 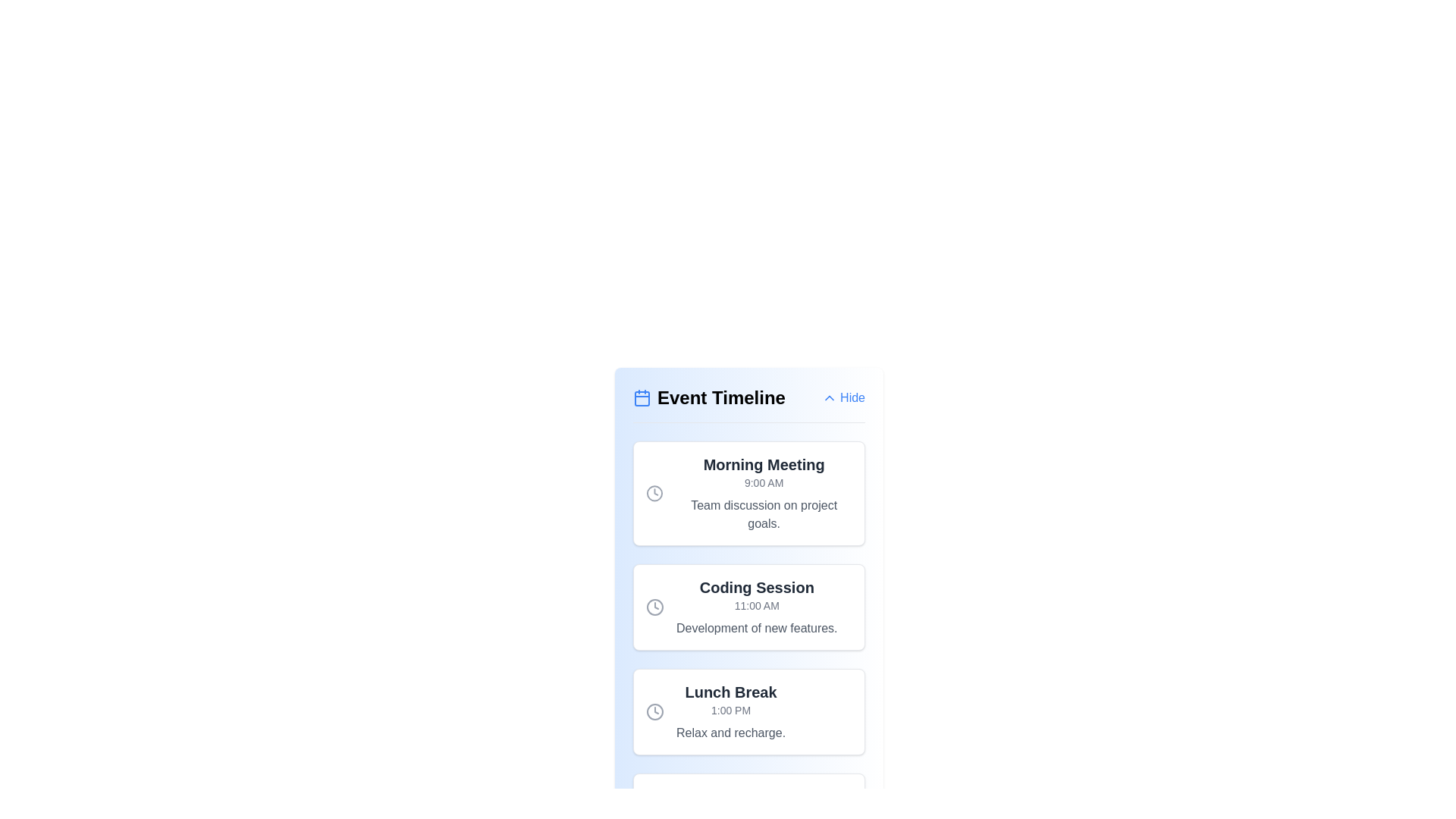 I want to click on the collapse button located in the upper-right corner of the 'Event Timeline' section, so click(x=843, y=397).